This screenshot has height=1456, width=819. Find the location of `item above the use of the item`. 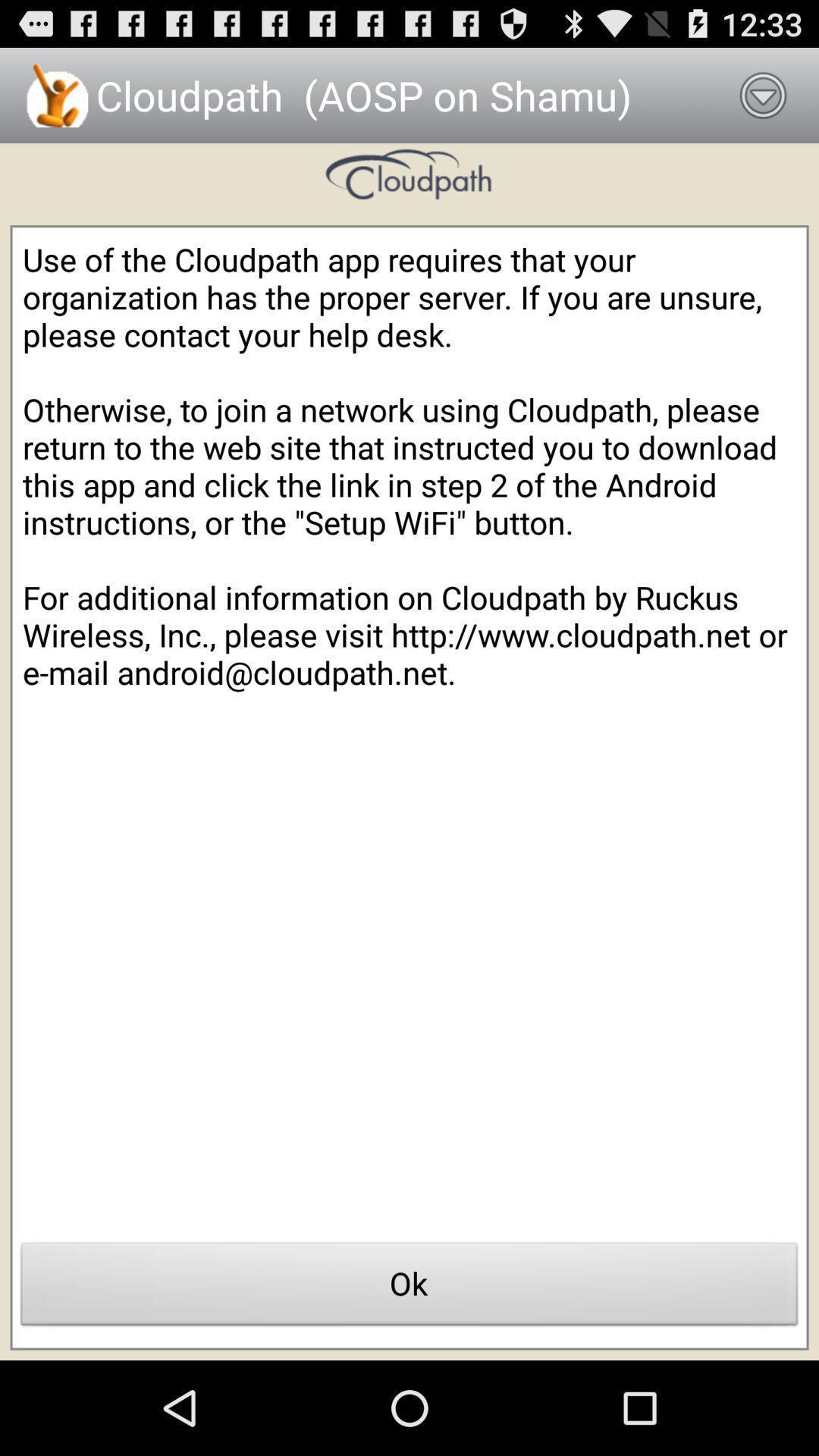

item above the use of the item is located at coordinates (763, 94).